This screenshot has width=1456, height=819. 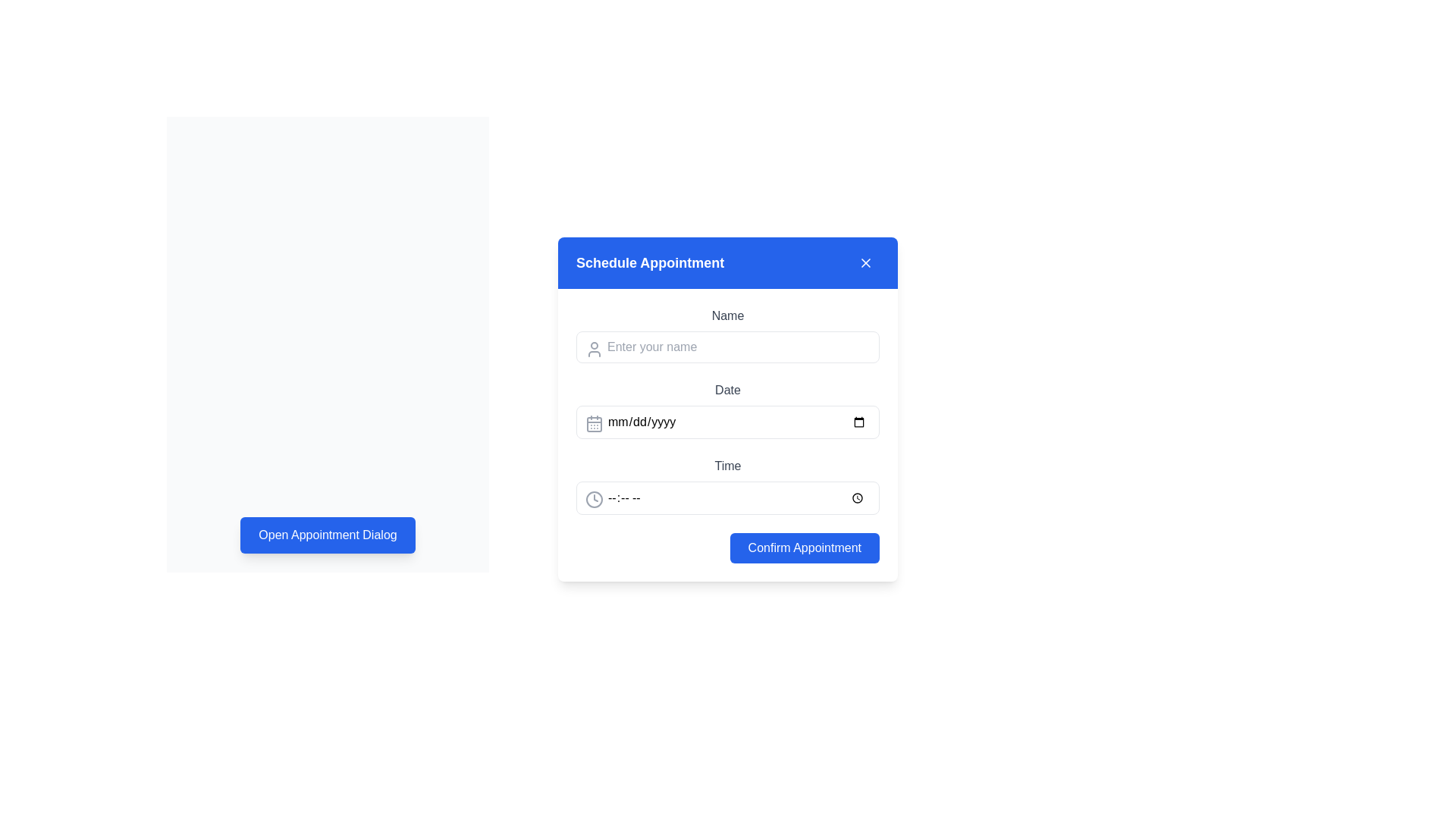 What do you see at coordinates (593, 350) in the screenshot?
I see `the input field for entering the user's name by interacting with the decorative icon located at the left side of the text entry field in the 'Schedule Appointment' dialog box` at bounding box center [593, 350].